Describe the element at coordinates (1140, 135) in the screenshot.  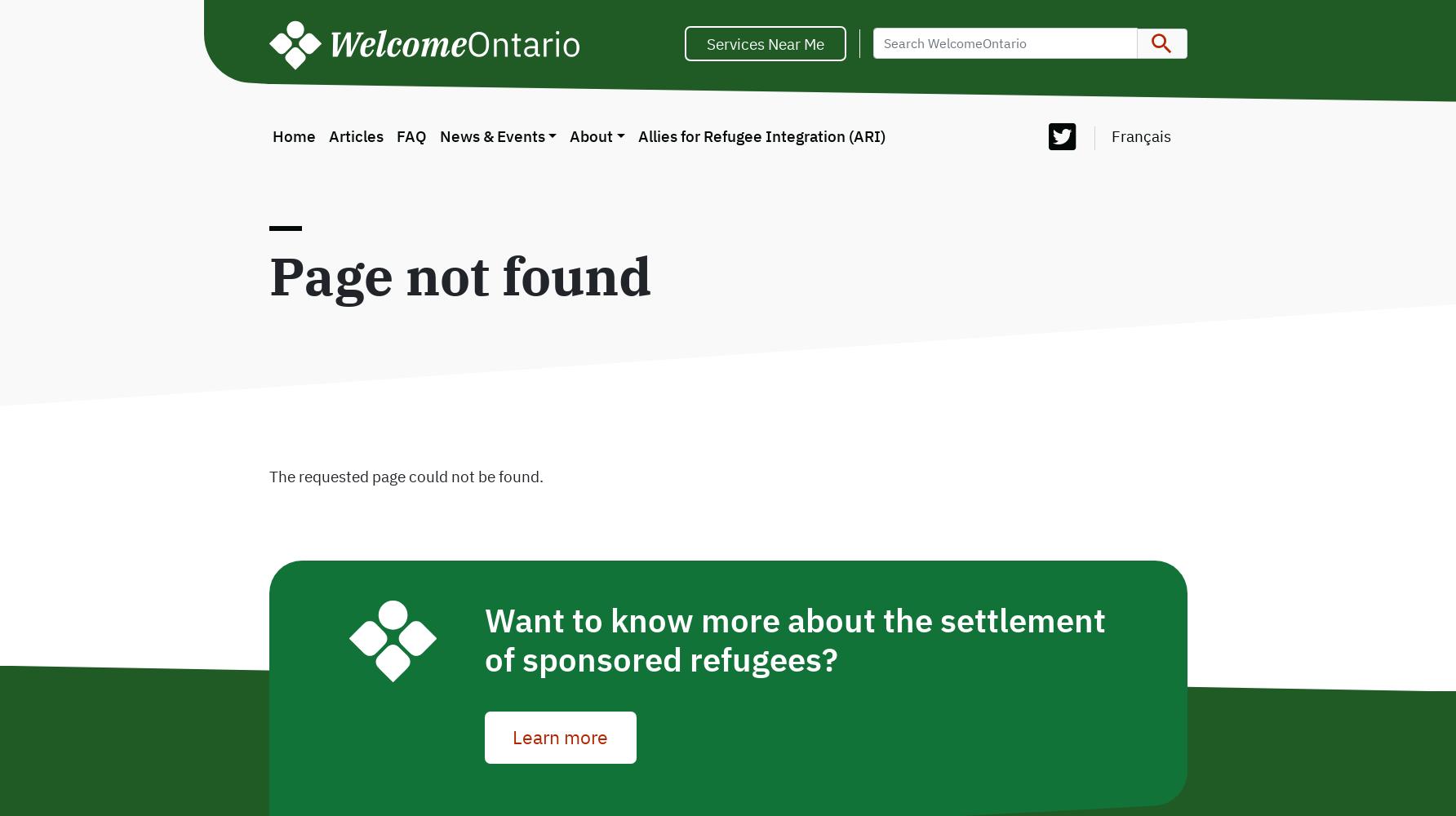
I see `'Français'` at that location.